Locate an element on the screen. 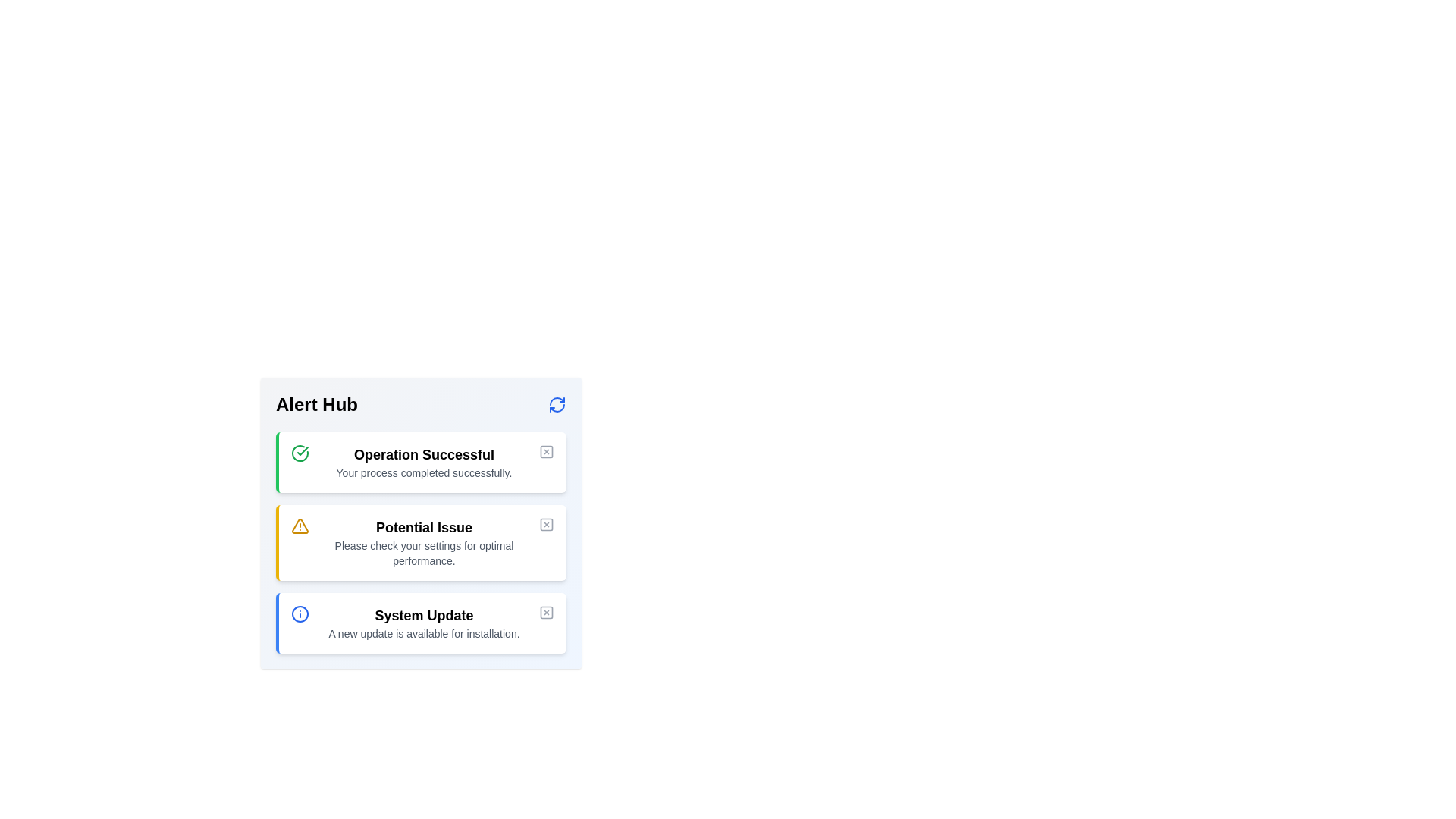 Image resolution: width=1456 pixels, height=819 pixels. the rectangular shape with rounded corners located at the top-right corner of the 'Operation Successful' notification card, which serves as a background or frame within the design is located at coordinates (546, 451).